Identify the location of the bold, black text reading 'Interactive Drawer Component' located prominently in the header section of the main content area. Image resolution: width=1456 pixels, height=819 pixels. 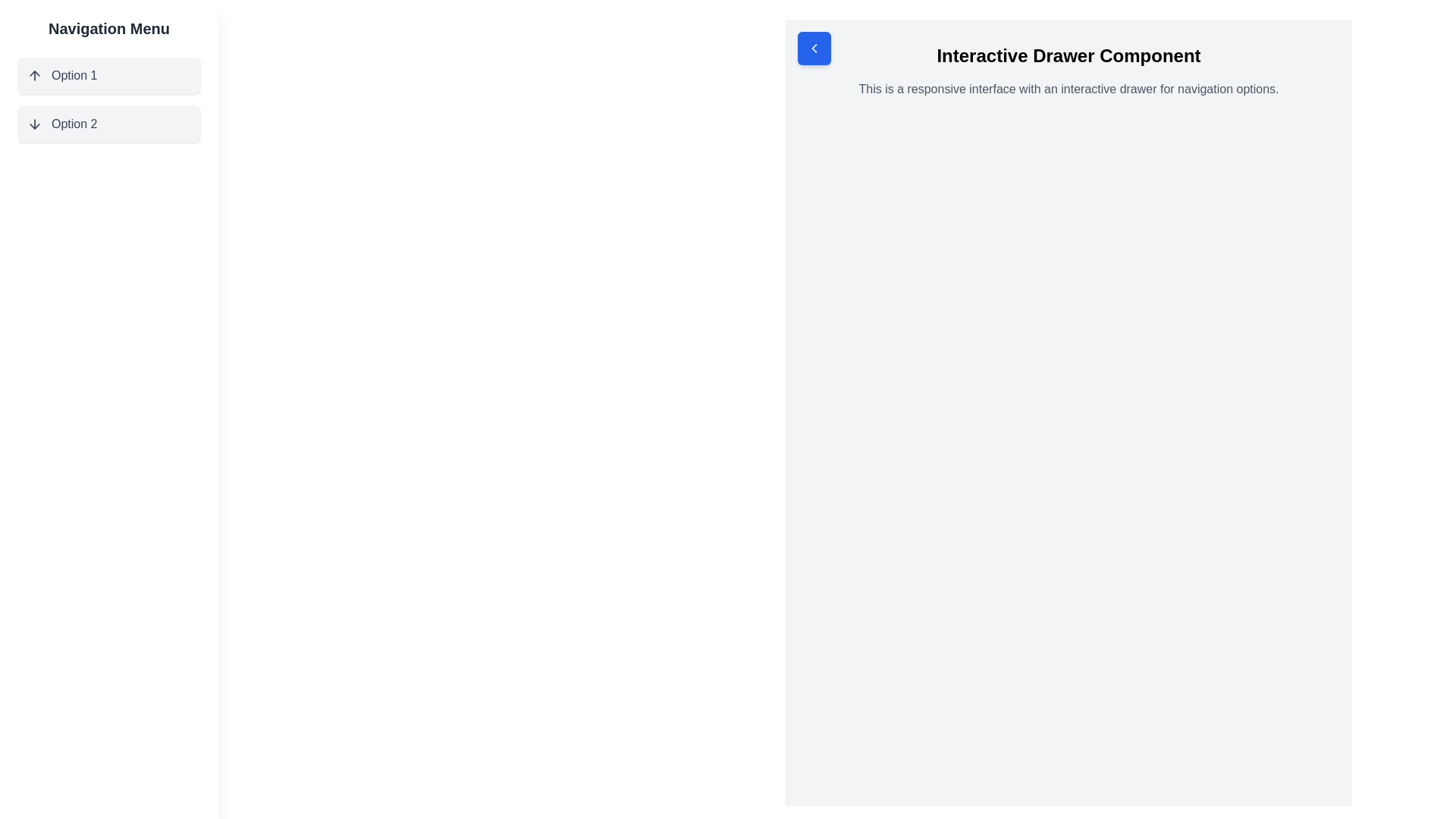
(1068, 55).